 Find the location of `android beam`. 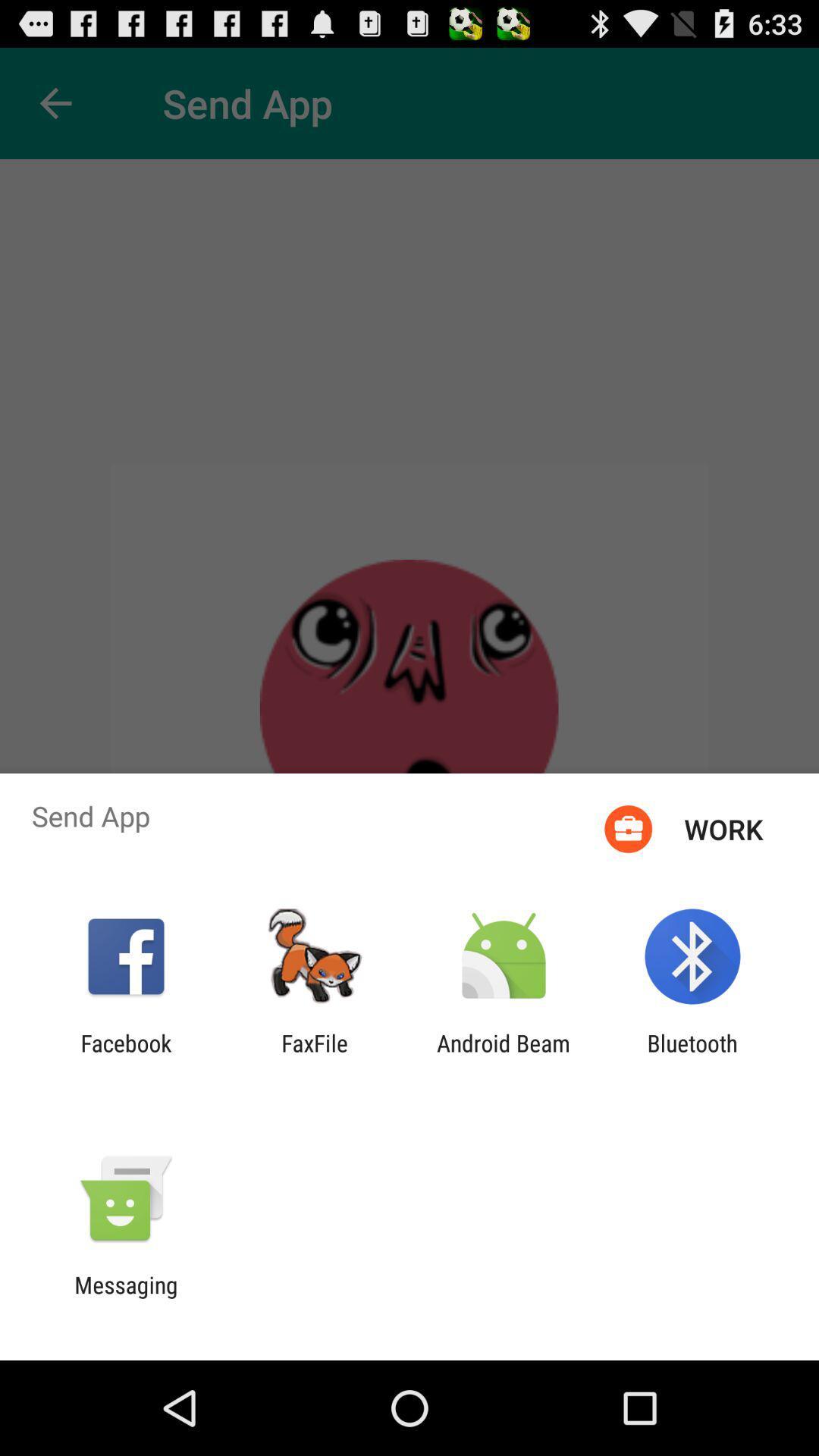

android beam is located at coordinates (504, 1056).